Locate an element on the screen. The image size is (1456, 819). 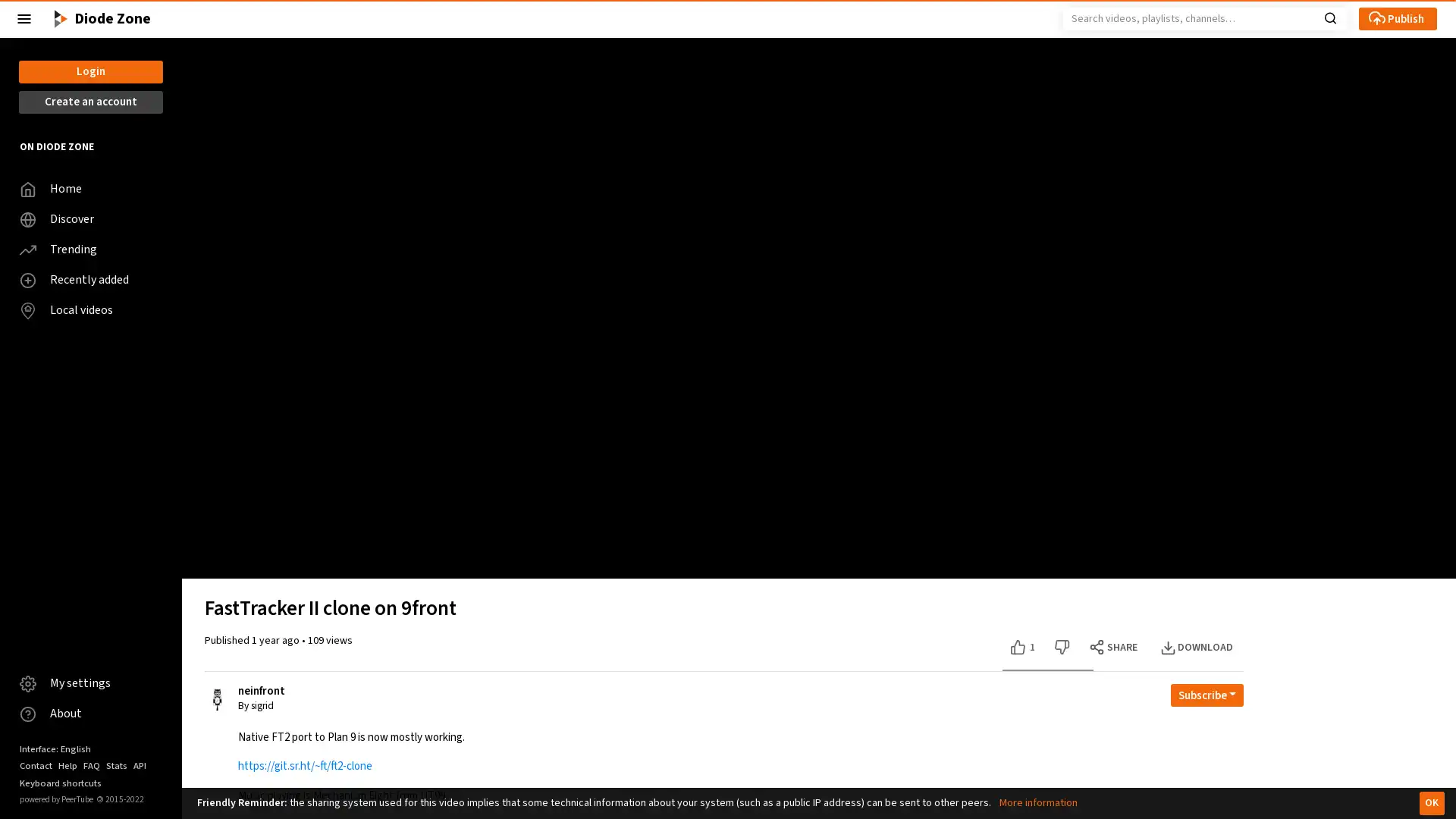
Dislike this video is located at coordinates (1061, 647).